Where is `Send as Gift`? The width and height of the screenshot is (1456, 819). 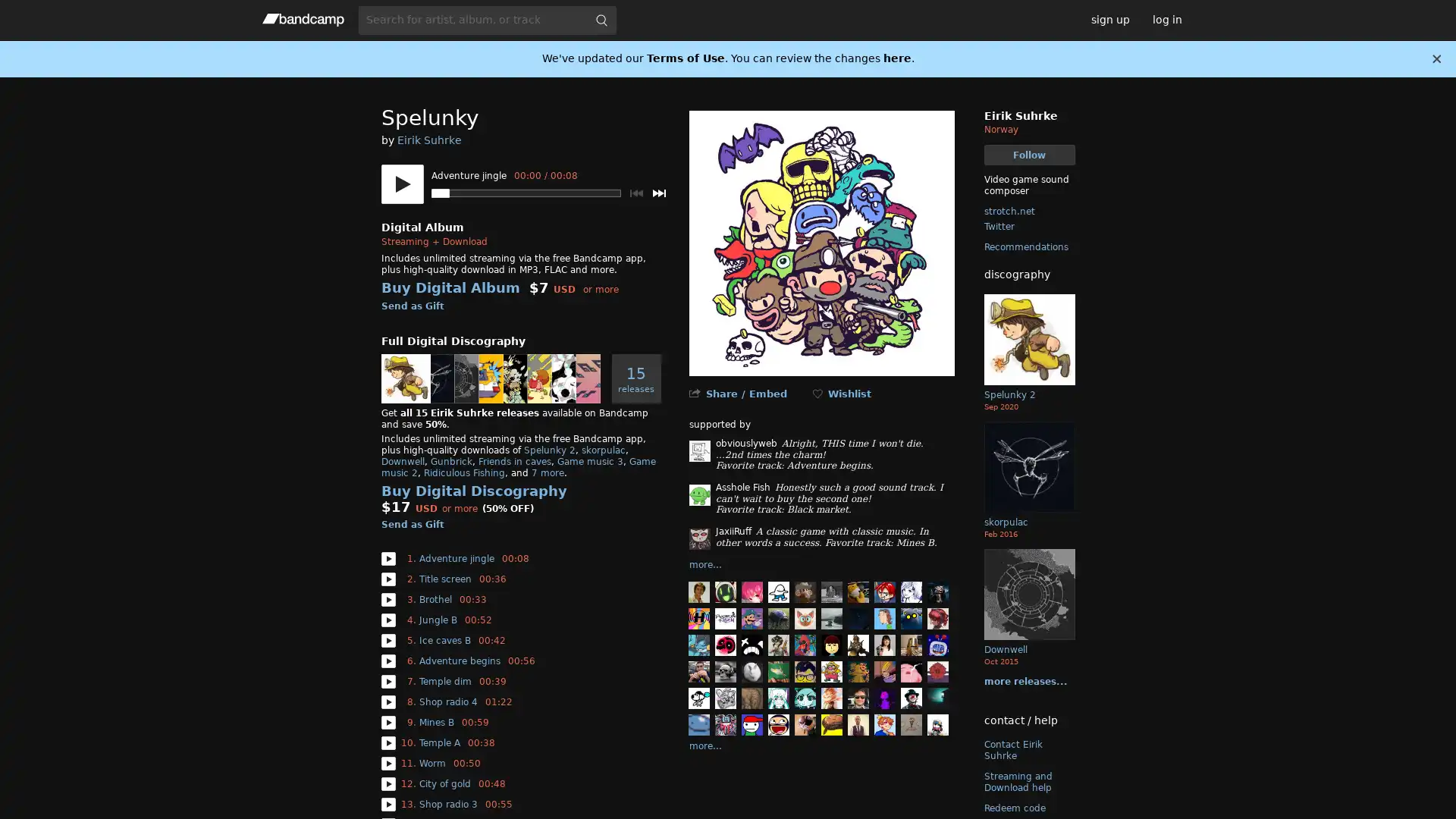
Send as Gift is located at coordinates (412, 523).